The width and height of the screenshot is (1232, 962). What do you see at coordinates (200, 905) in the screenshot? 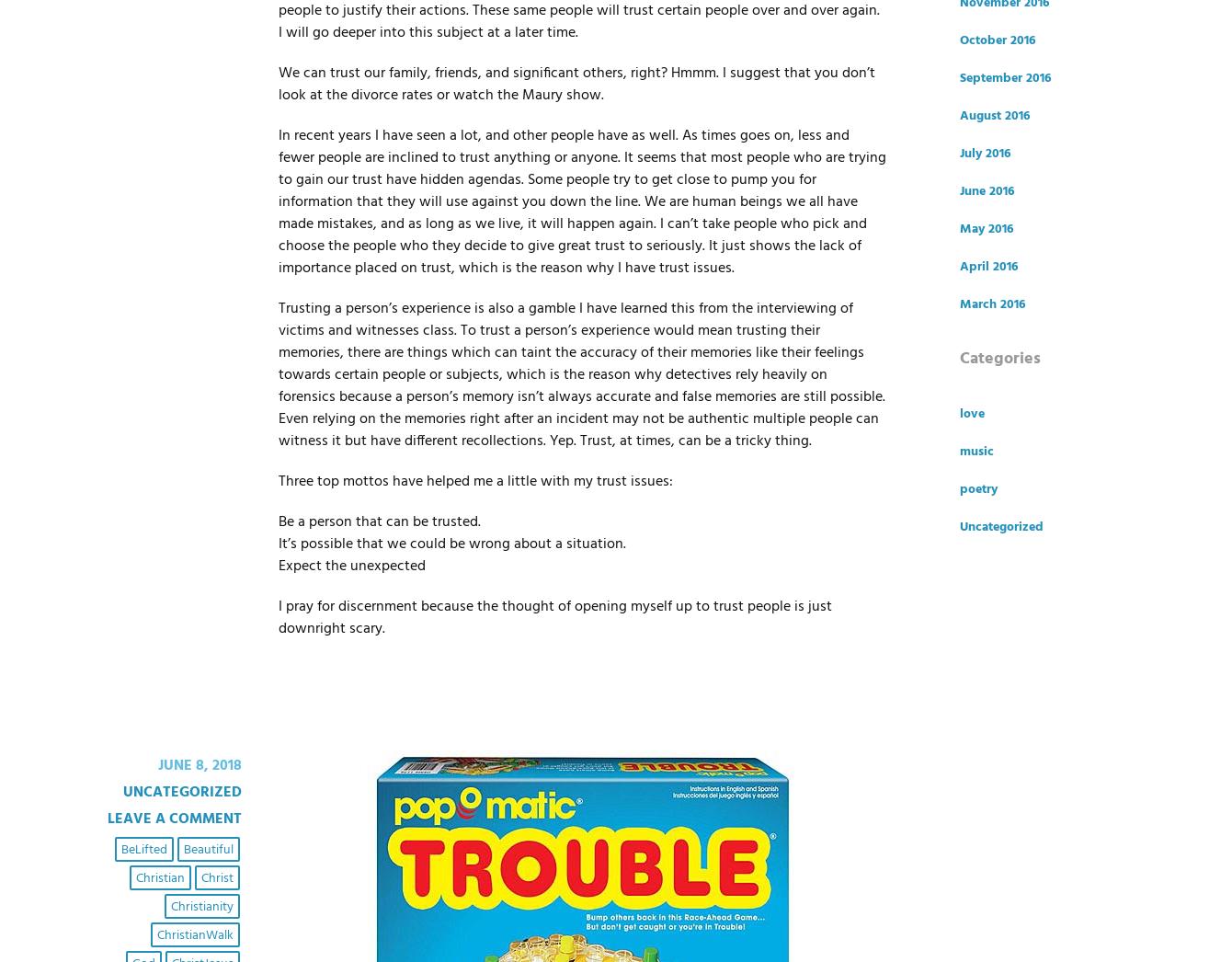
I see `'Christianity'` at bounding box center [200, 905].